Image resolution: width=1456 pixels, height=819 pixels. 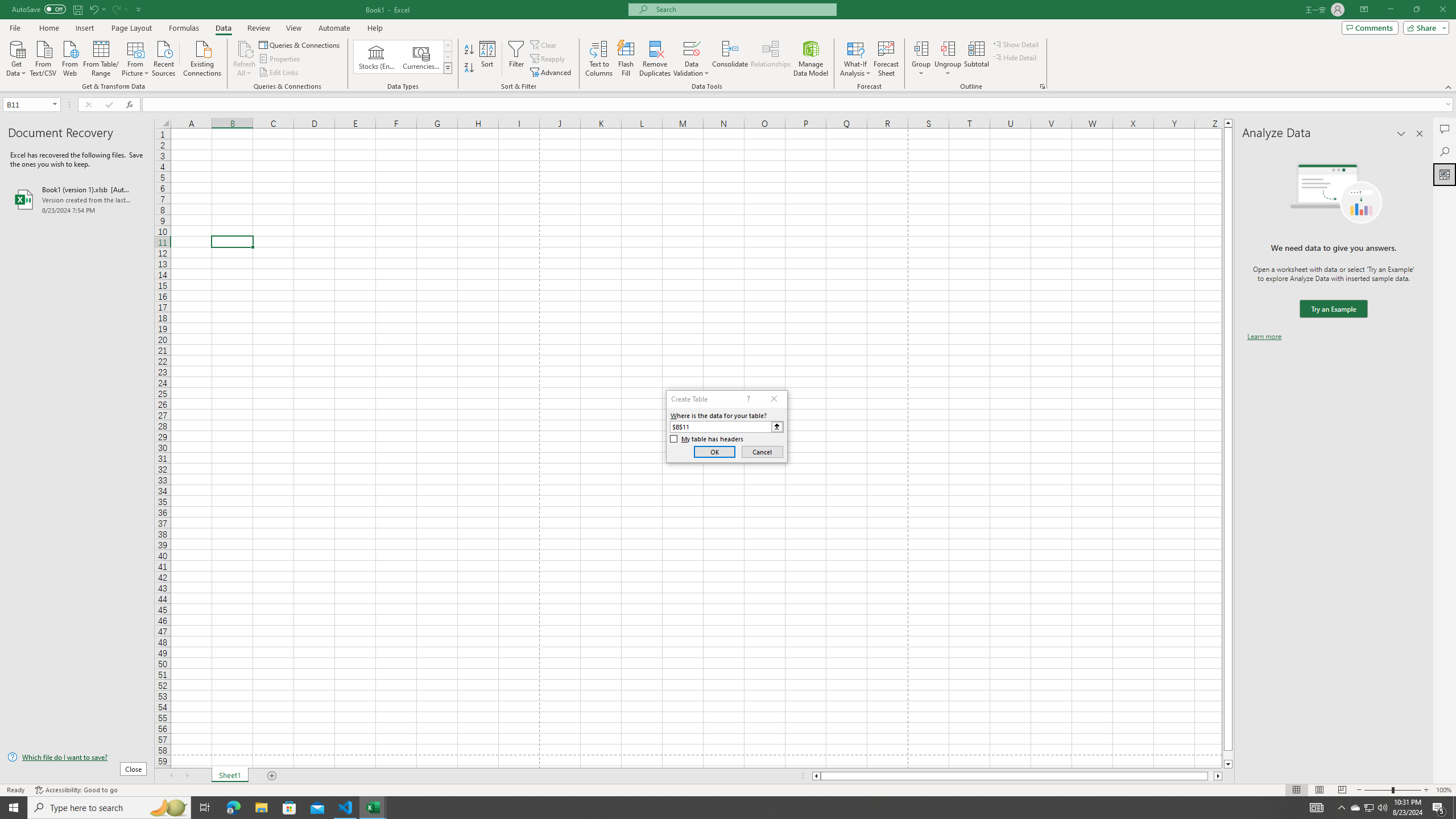 What do you see at coordinates (279, 72) in the screenshot?
I see `'Edit Links'` at bounding box center [279, 72].